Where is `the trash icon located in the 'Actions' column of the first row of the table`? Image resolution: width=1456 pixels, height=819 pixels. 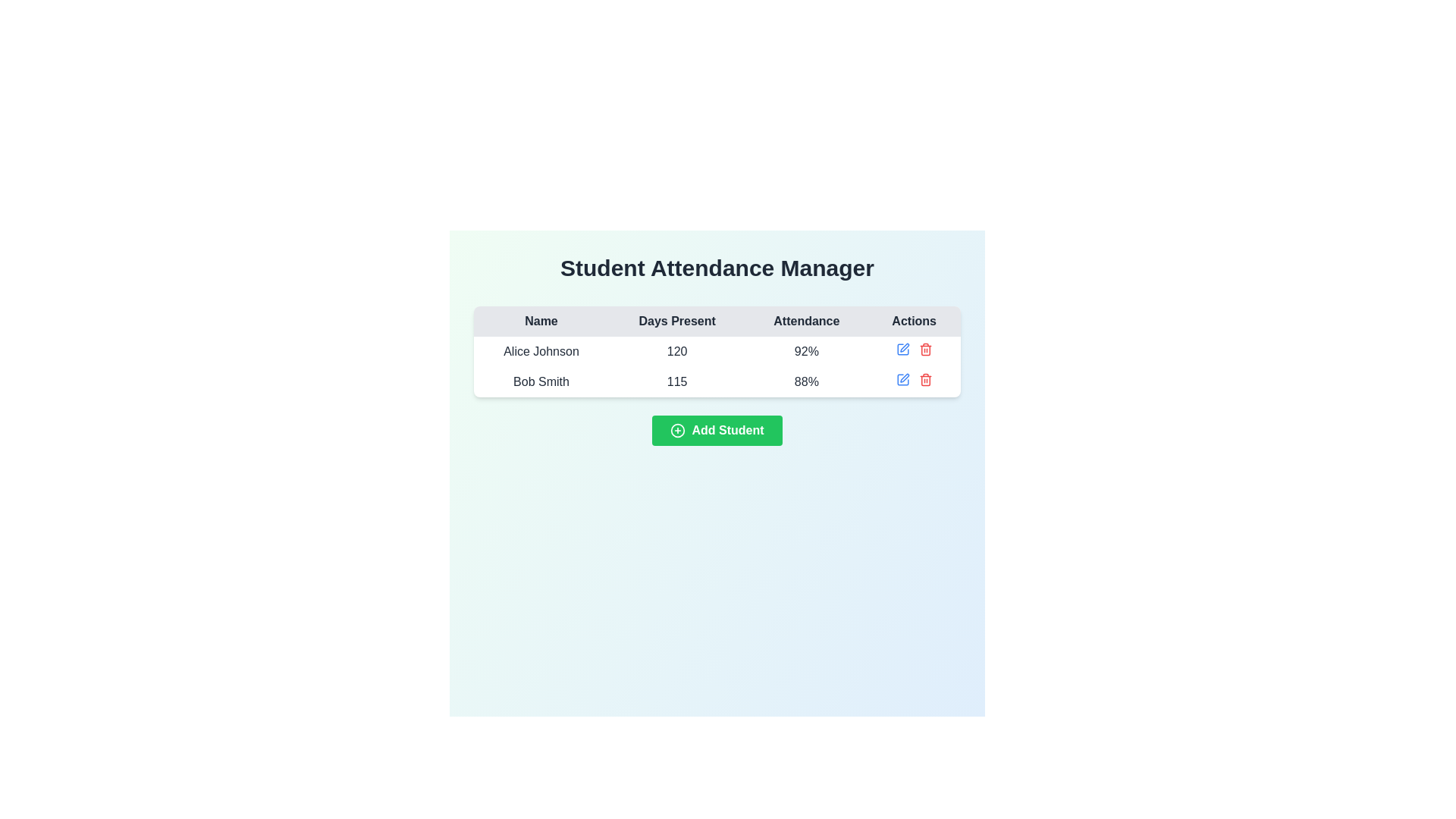 the trash icon located in the 'Actions' column of the first row of the table is located at coordinates (912, 350).